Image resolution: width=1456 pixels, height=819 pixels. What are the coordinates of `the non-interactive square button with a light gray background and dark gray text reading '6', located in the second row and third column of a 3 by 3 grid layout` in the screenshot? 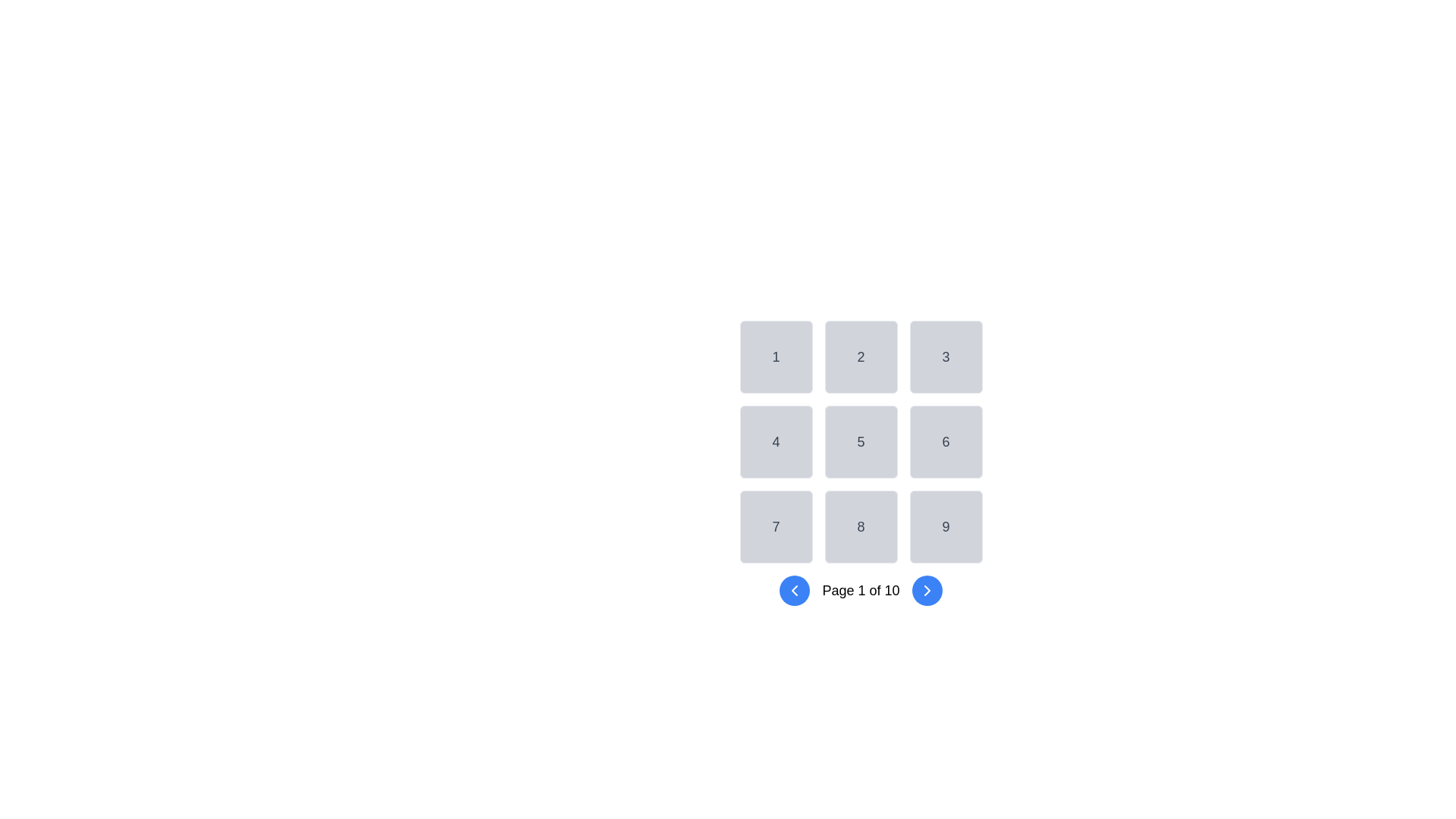 It's located at (945, 441).